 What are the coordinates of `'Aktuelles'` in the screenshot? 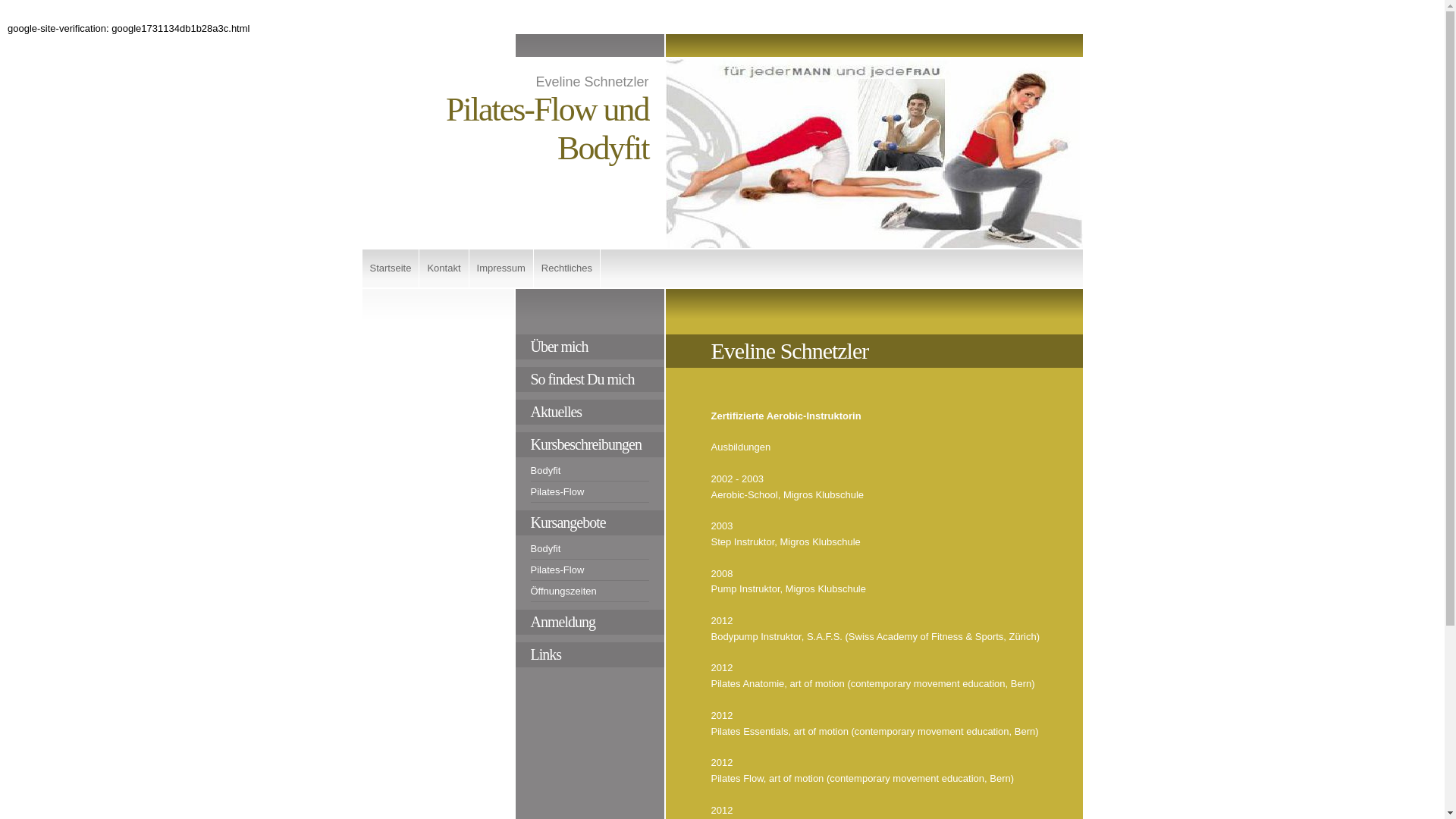 It's located at (588, 412).